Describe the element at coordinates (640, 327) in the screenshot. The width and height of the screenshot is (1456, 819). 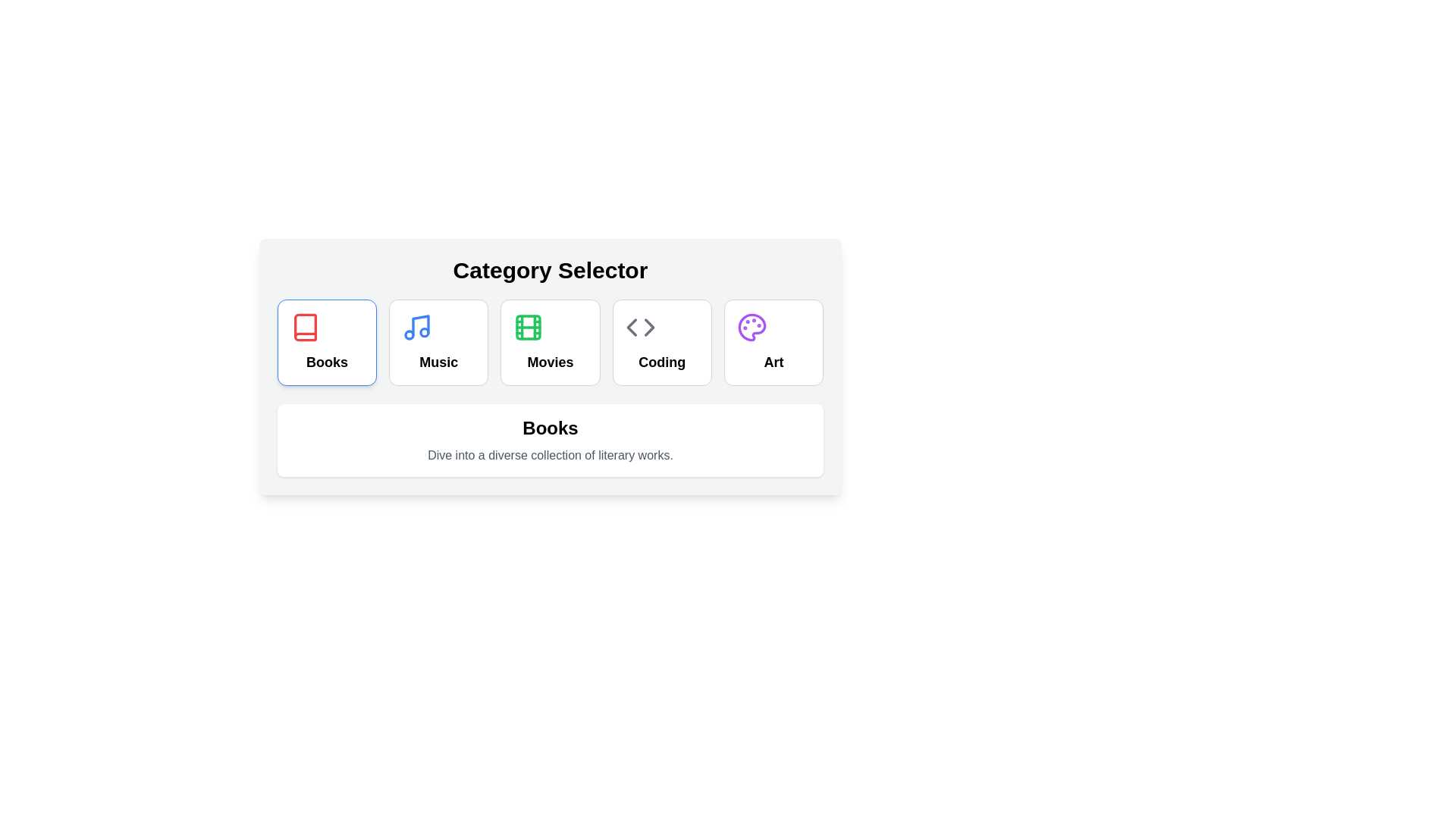
I see `the 'Coding' category icon, which is the fourth card in the top row of the category selector interface, positioned above the text 'Coding'` at that location.